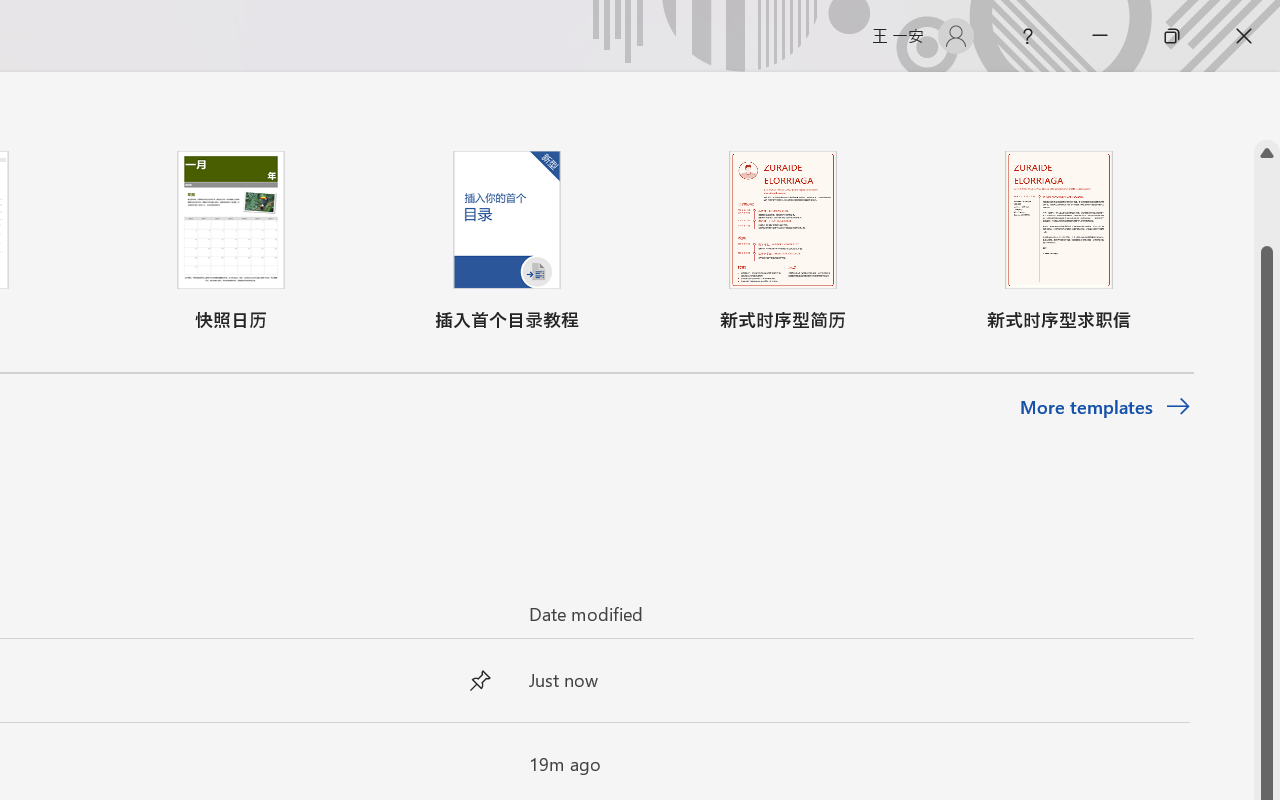 The height and width of the screenshot is (800, 1280). Describe the element at coordinates (1266, 206) in the screenshot. I see `'Page up'` at that location.